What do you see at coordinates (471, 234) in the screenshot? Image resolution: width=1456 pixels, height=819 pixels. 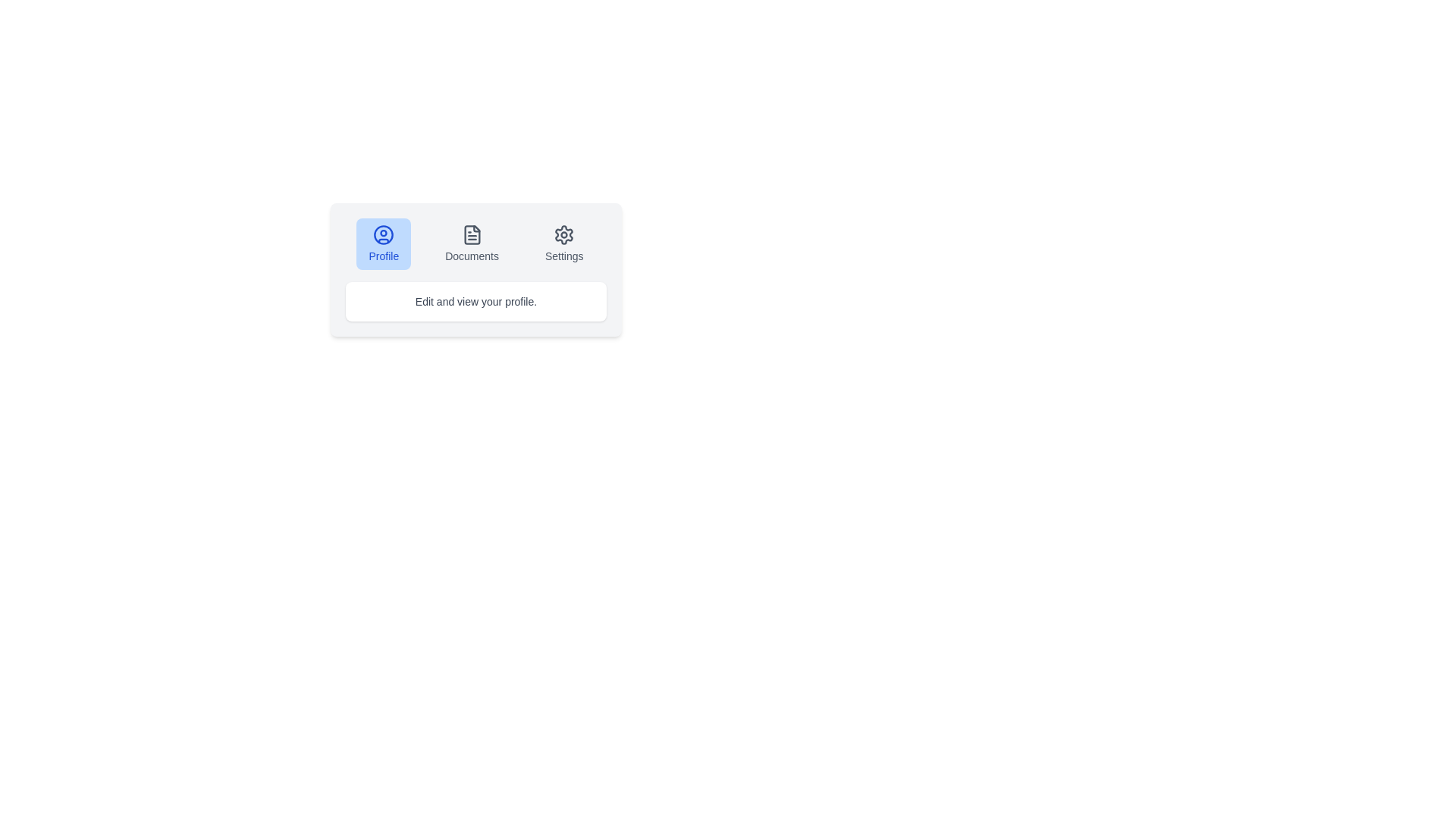 I see `the document-shaped icon with a fold on the top-right corner located in the second slot of three icons in the top section of the menu interface` at bounding box center [471, 234].